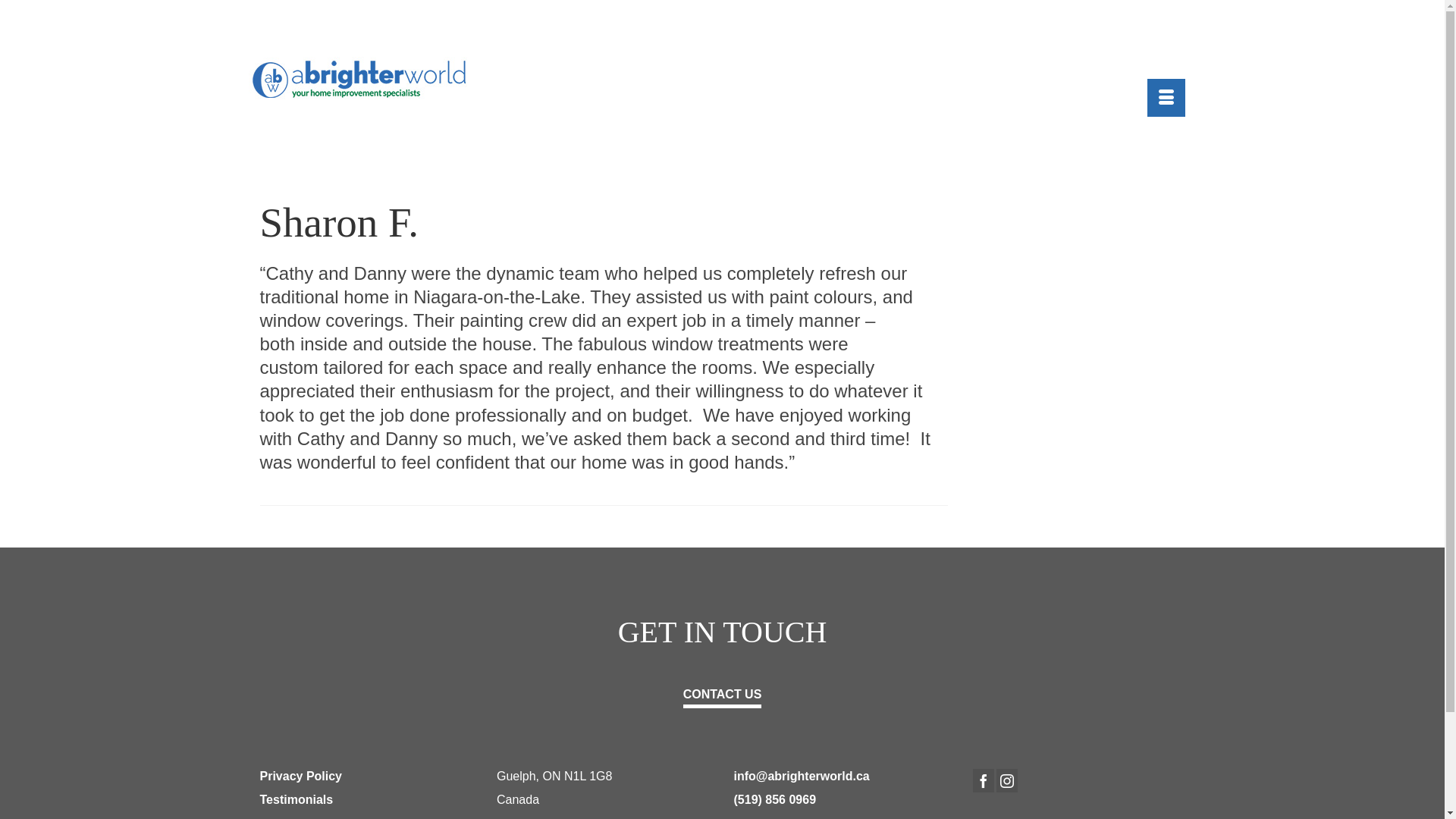 This screenshot has height=819, width=1456. What do you see at coordinates (734, 776) in the screenshot?
I see `'info@abrighterworld.ca'` at bounding box center [734, 776].